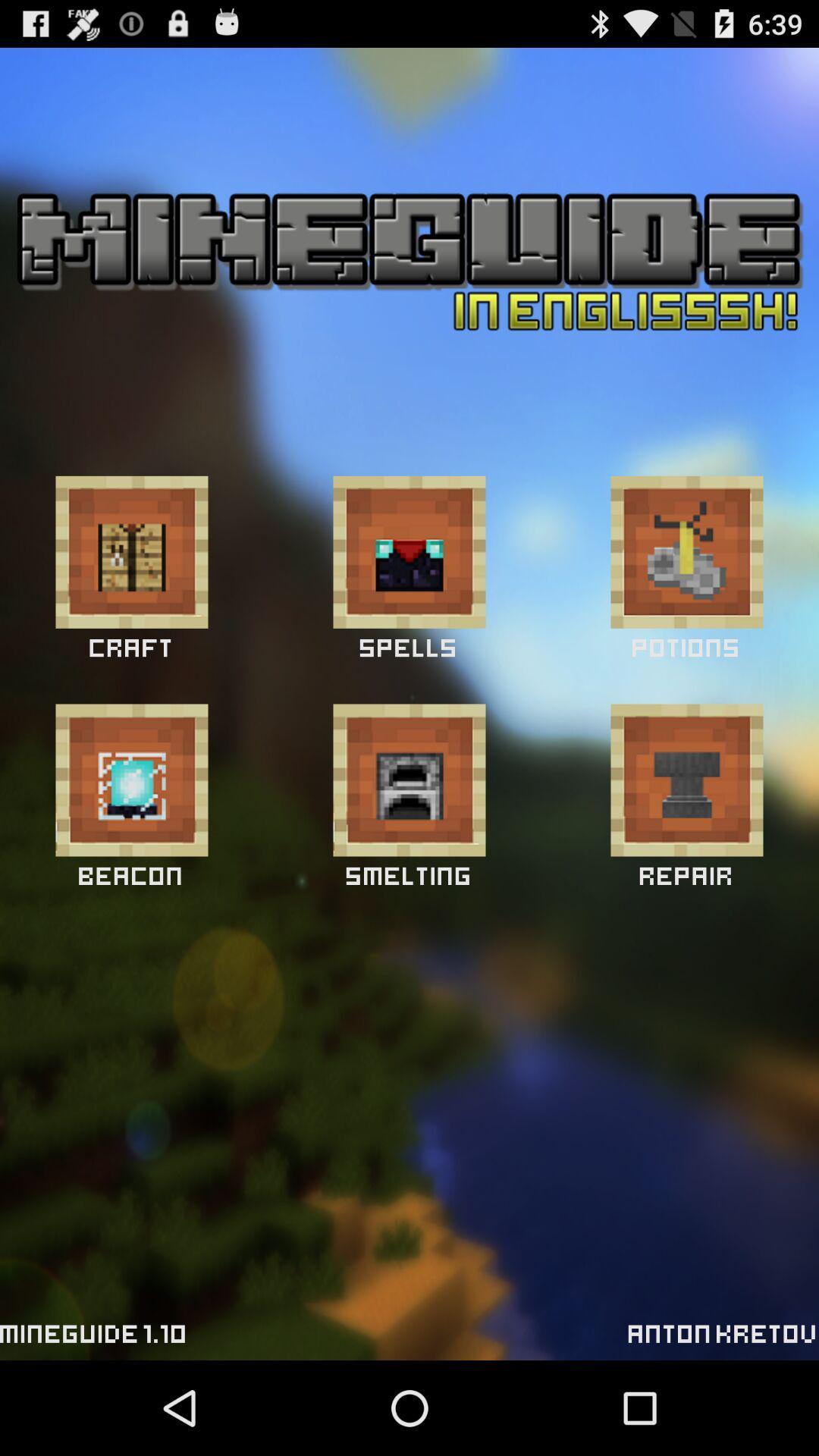 The width and height of the screenshot is (819, 1456). What do you see at coordinates (130, 780) in the screenshot?
I see `app above the beacon item` at bounding box center [130, 780].